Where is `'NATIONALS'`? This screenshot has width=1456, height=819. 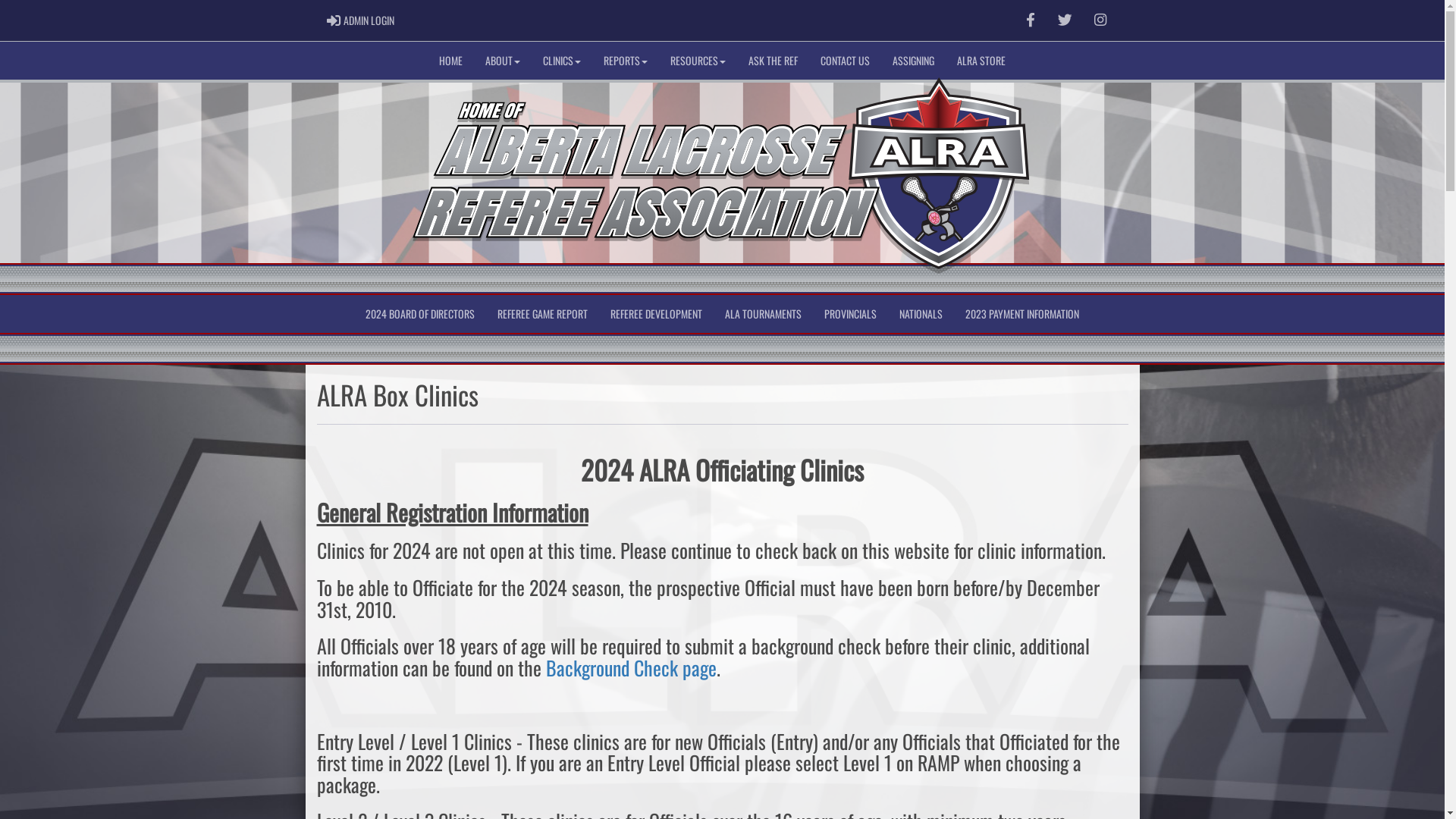 'NATIONALS' is located at coordinates (888, 312).